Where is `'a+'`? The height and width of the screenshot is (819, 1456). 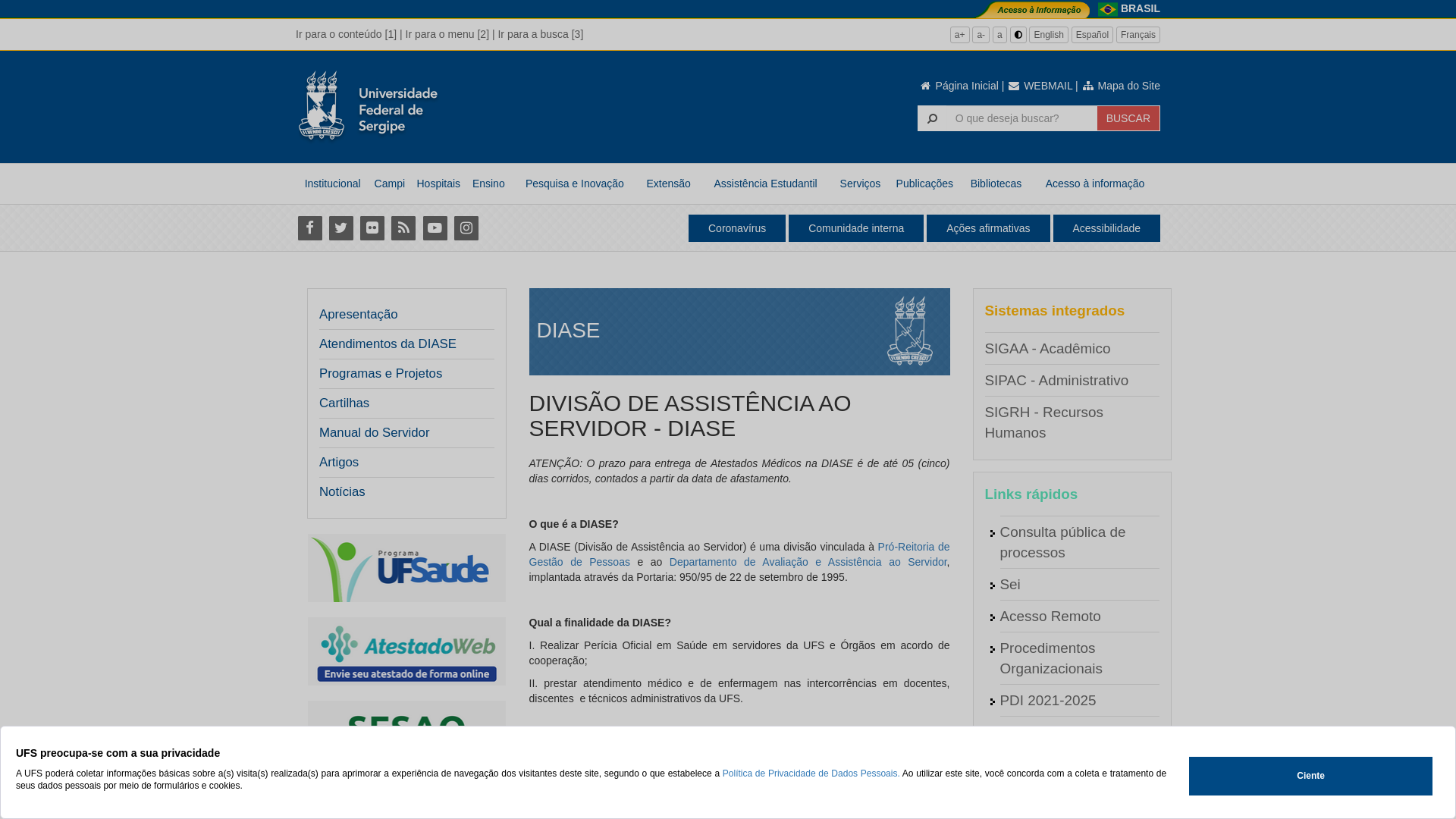 'a+' is located at coordinates (959, 34).